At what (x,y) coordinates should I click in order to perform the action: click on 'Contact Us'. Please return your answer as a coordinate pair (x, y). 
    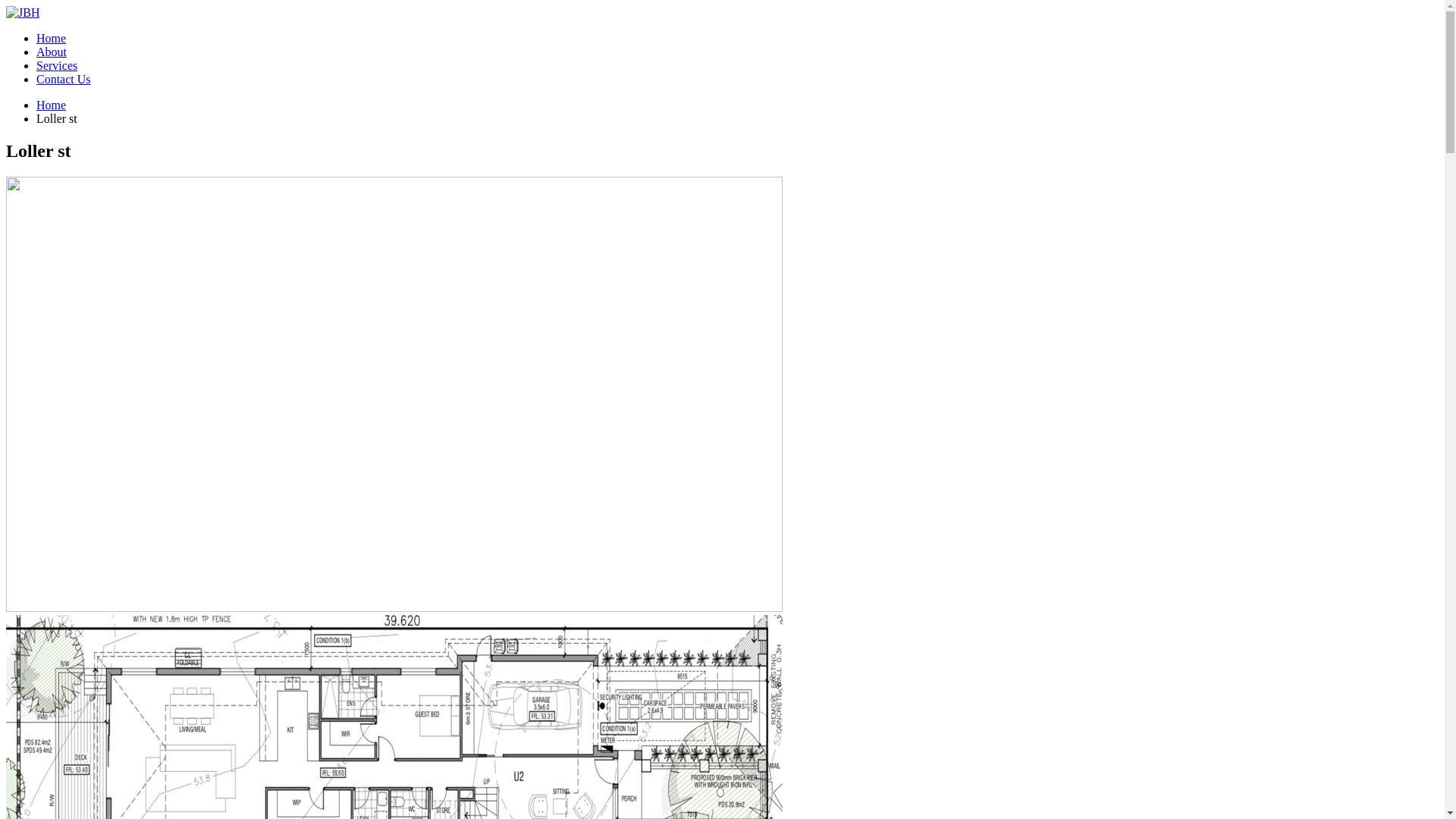
    Looking at the image, I should click on (36, 79).